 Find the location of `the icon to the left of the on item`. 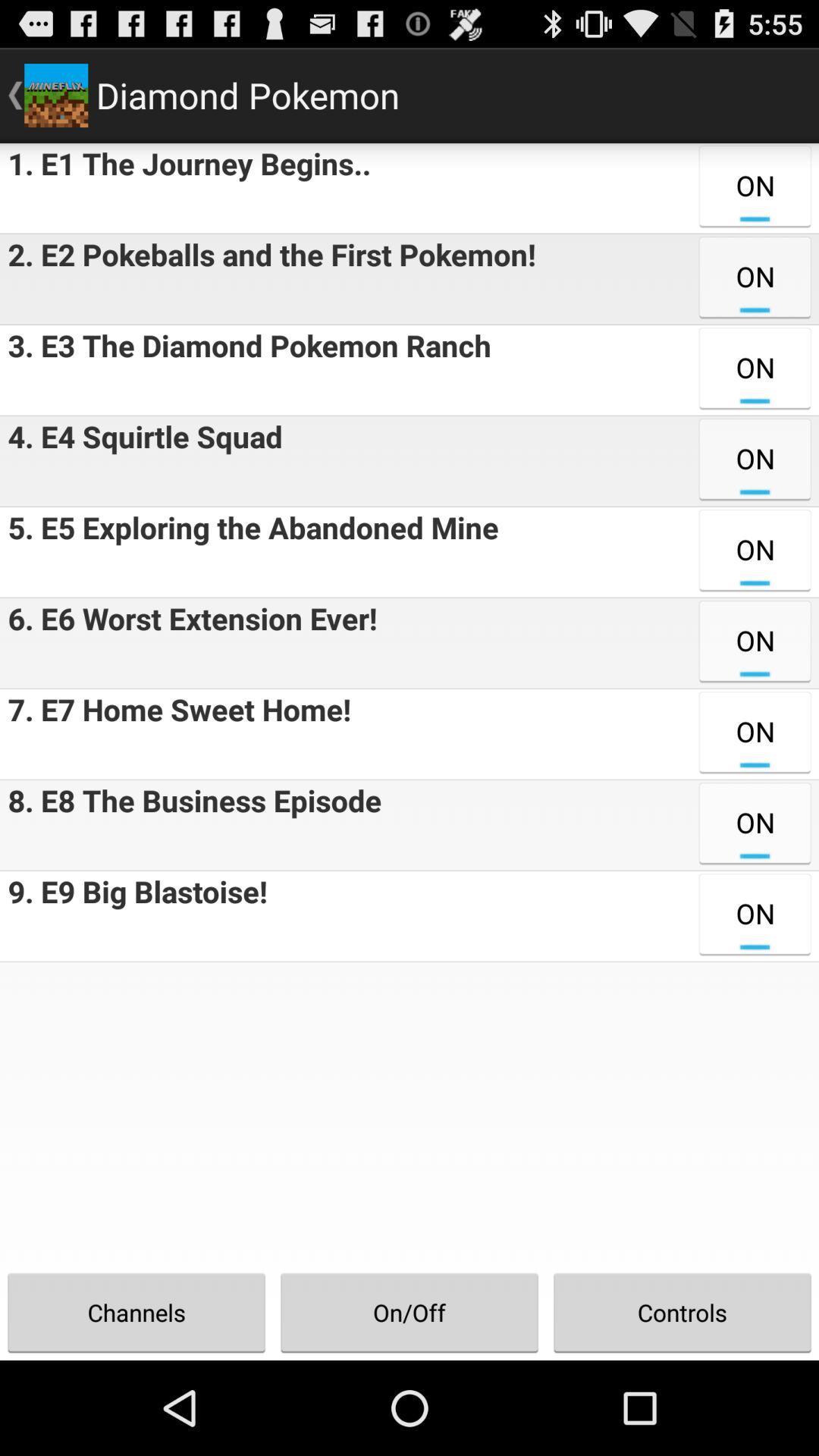

the icon to the left of the on item is located at coordinates (184, 187).